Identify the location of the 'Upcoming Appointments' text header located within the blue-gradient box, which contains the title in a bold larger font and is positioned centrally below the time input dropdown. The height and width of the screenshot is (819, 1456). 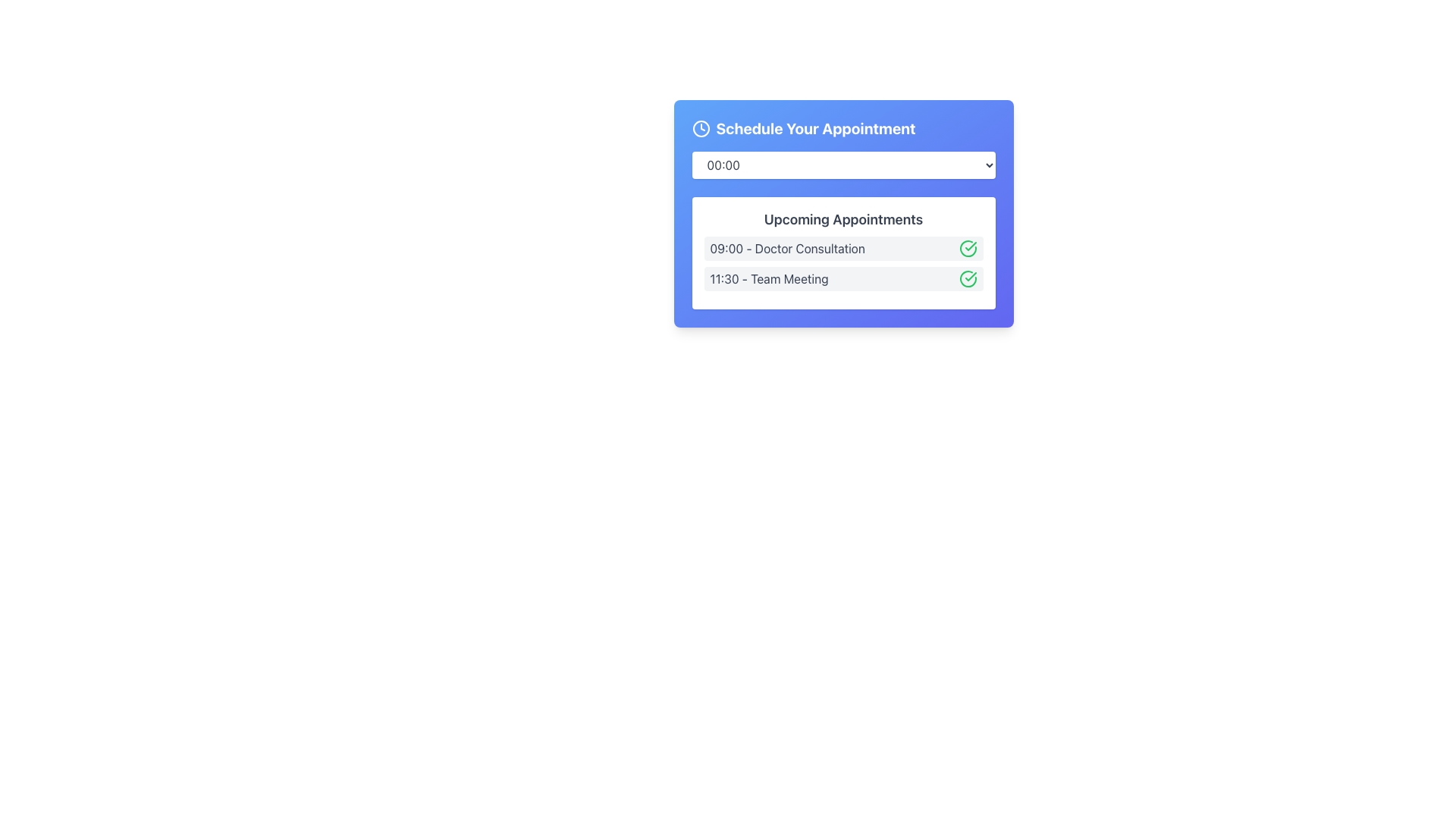
(843, 213).